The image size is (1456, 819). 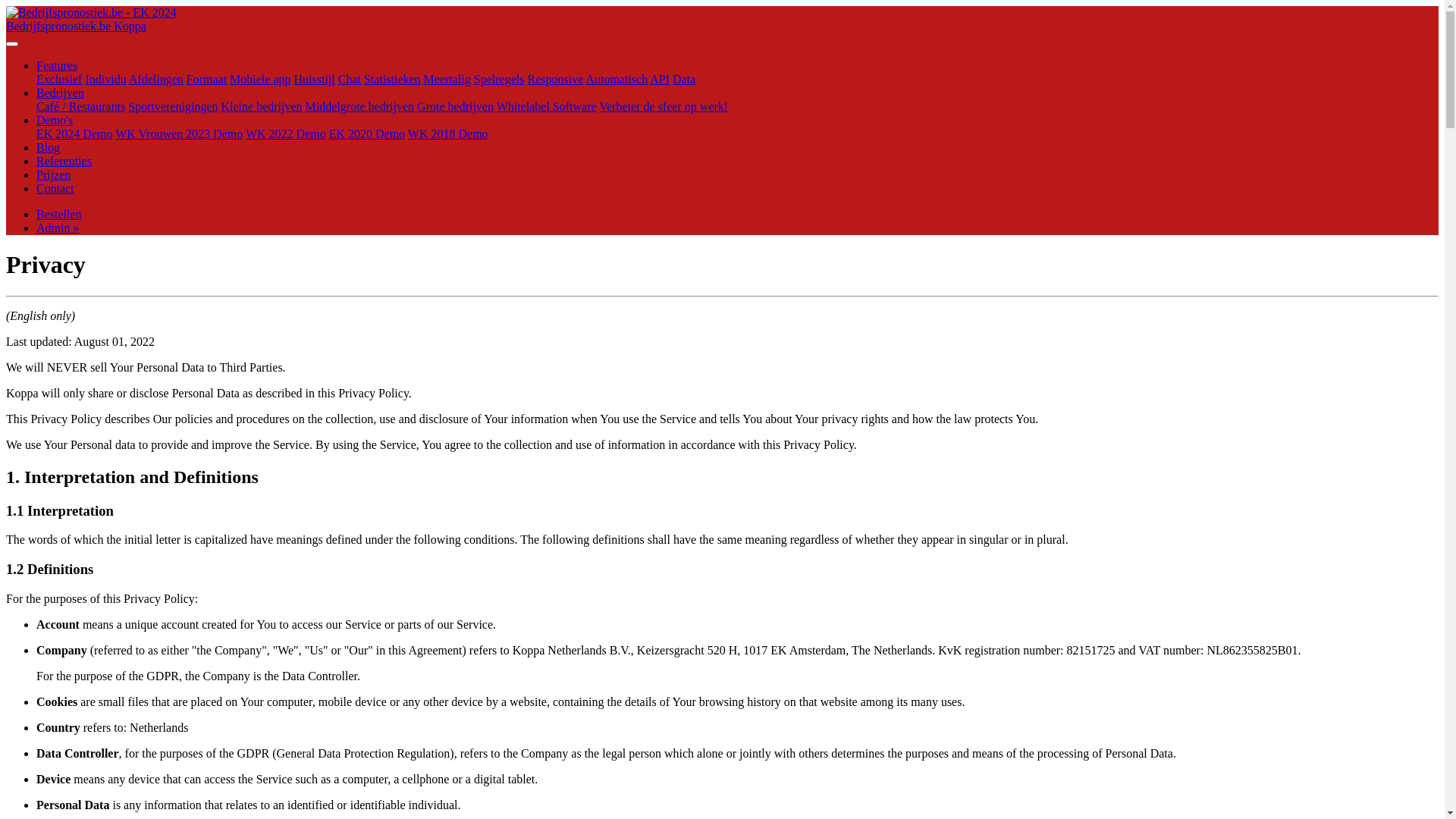 I want to click on 'Chat', so click(x=337, y=79).